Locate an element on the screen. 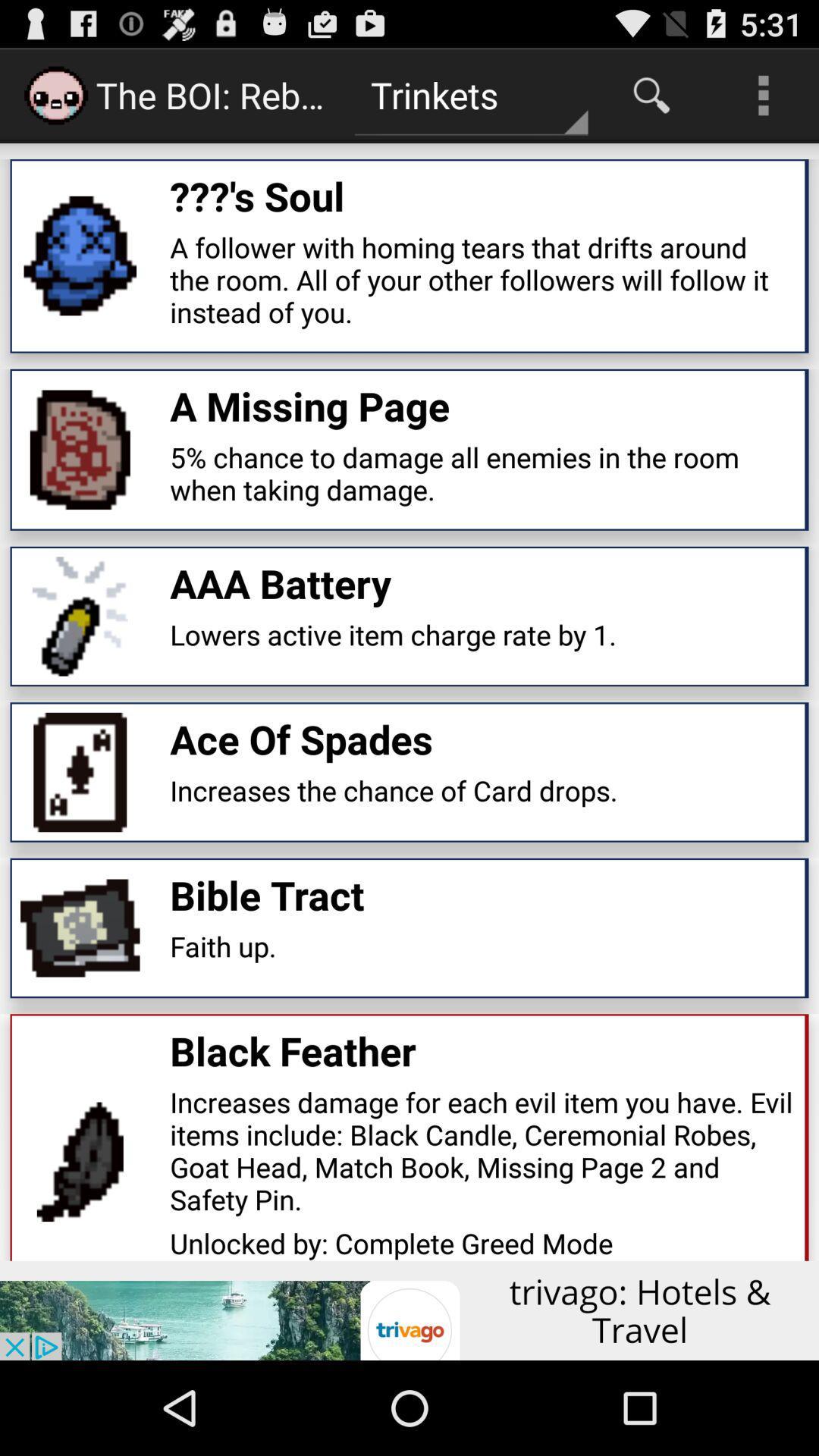  the icon which is before the boi reb on page is located at coordinates (55, 94).